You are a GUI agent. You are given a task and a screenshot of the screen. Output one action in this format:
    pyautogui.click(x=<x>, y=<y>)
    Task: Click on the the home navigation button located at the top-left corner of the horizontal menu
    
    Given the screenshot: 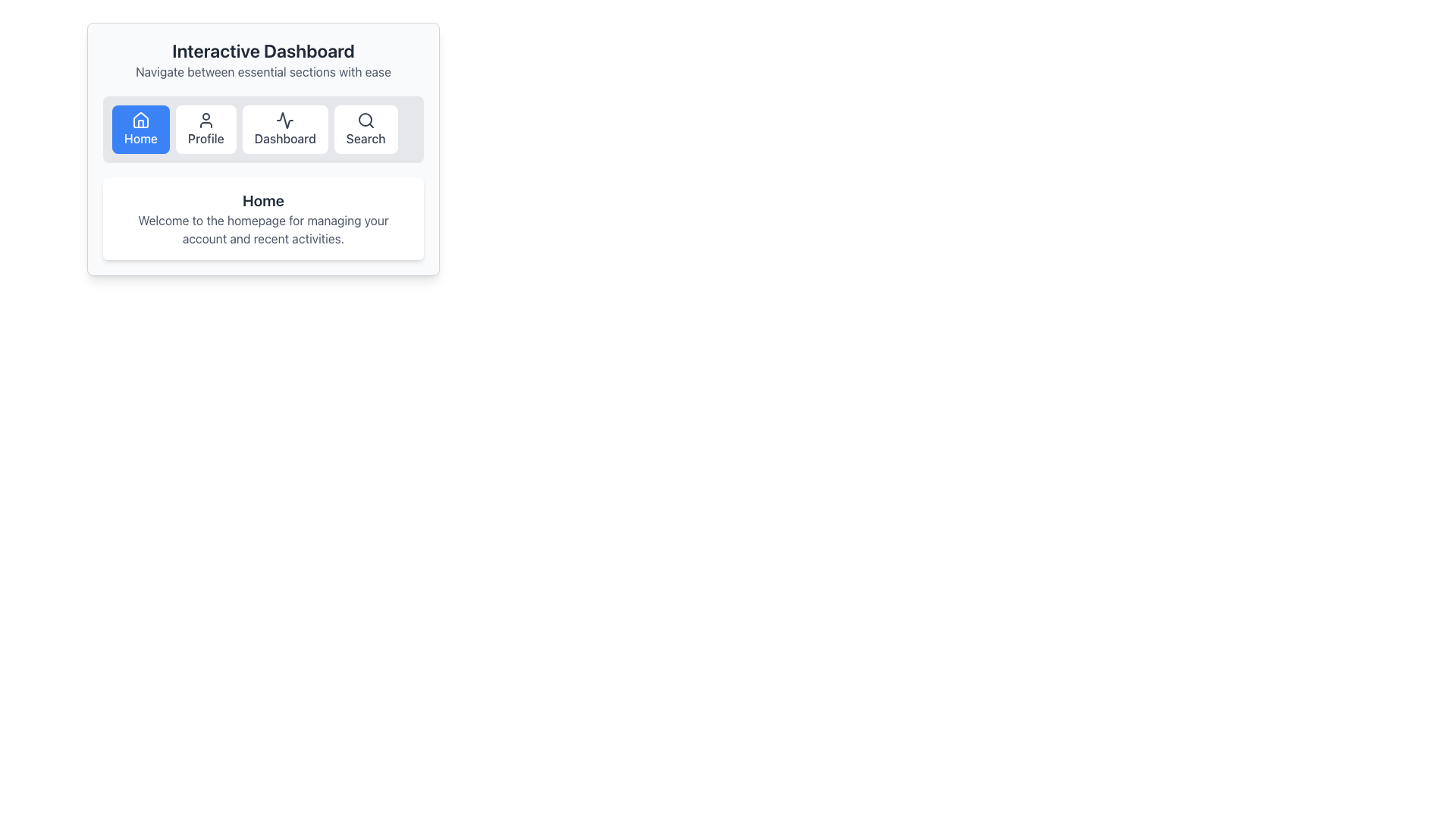 What is the action you would take?
    pyautogui.click(x=141, y=128)
    